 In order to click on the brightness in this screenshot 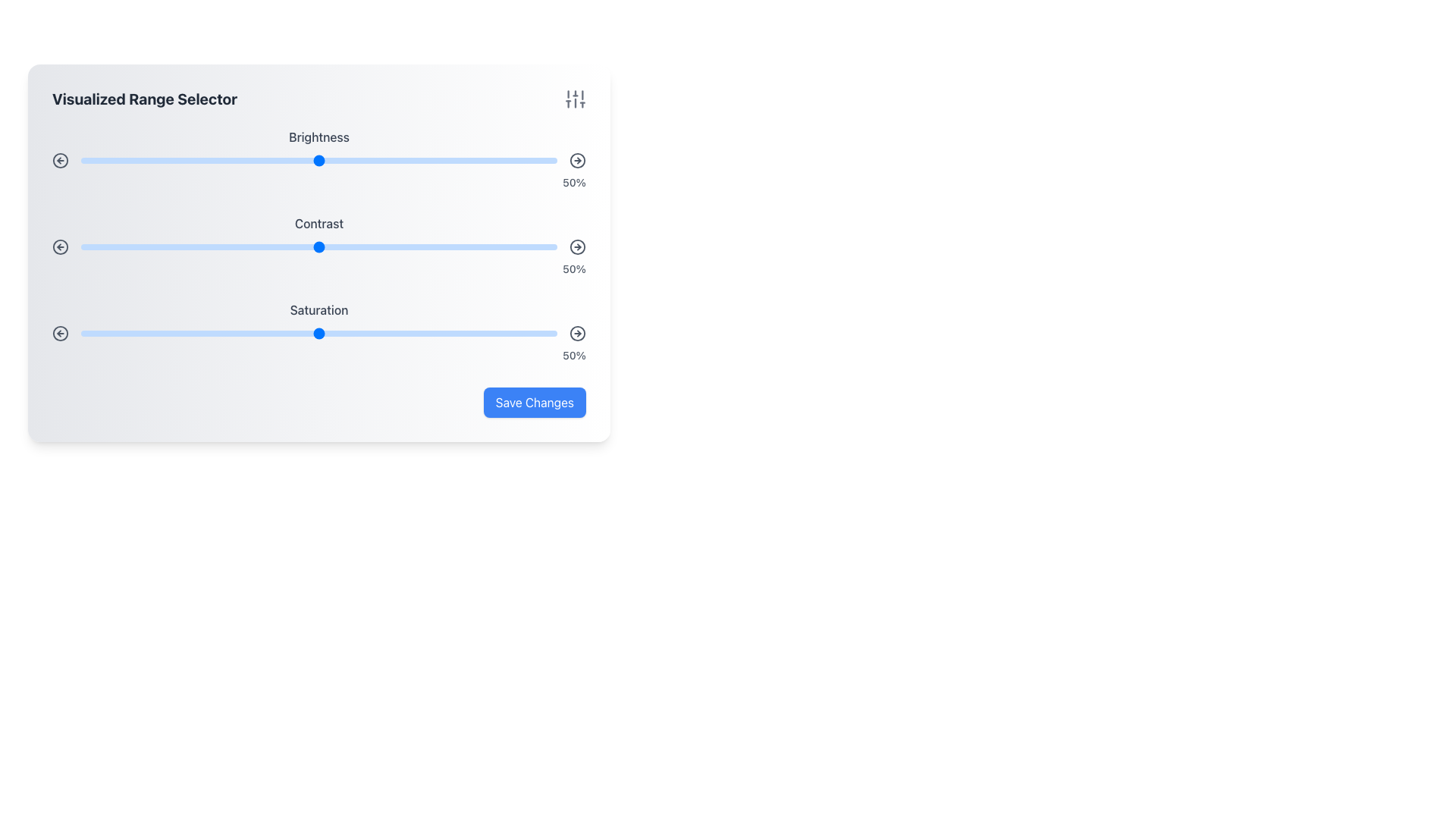, I will do `click(218, 161)`.